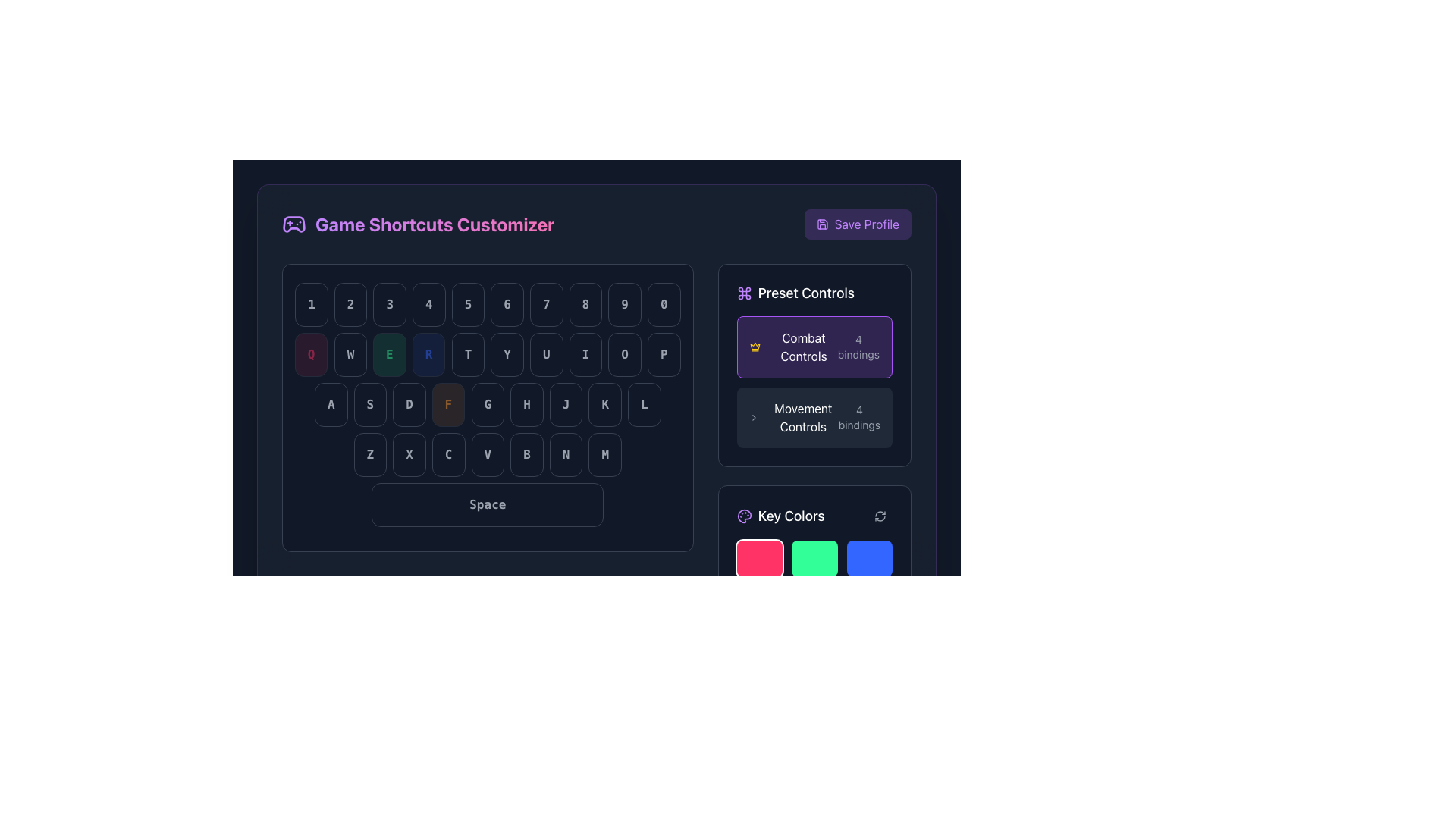 The height and width of the screenshot is (819, 1456). I want to click on the static text element displaying '4 bindings,' located in the bottom-right corner of the 'Movement Controls' section in the 'Preset Controls' panel, so click(859, 418).